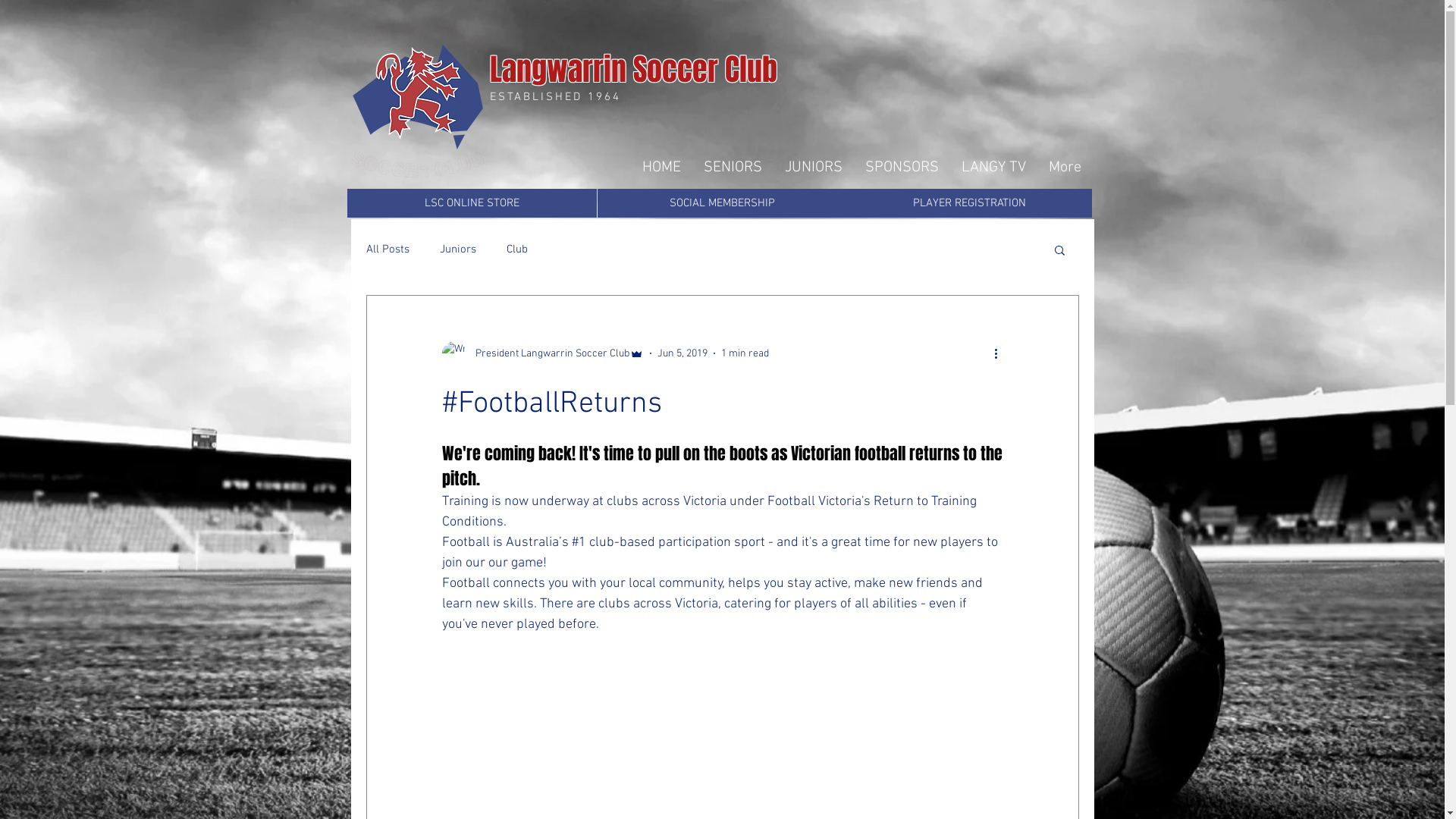 The height and width of the screenshot is (819, 1456). I want to click on 'SOCIAL MEMBERSHIP', so click(721, 202).